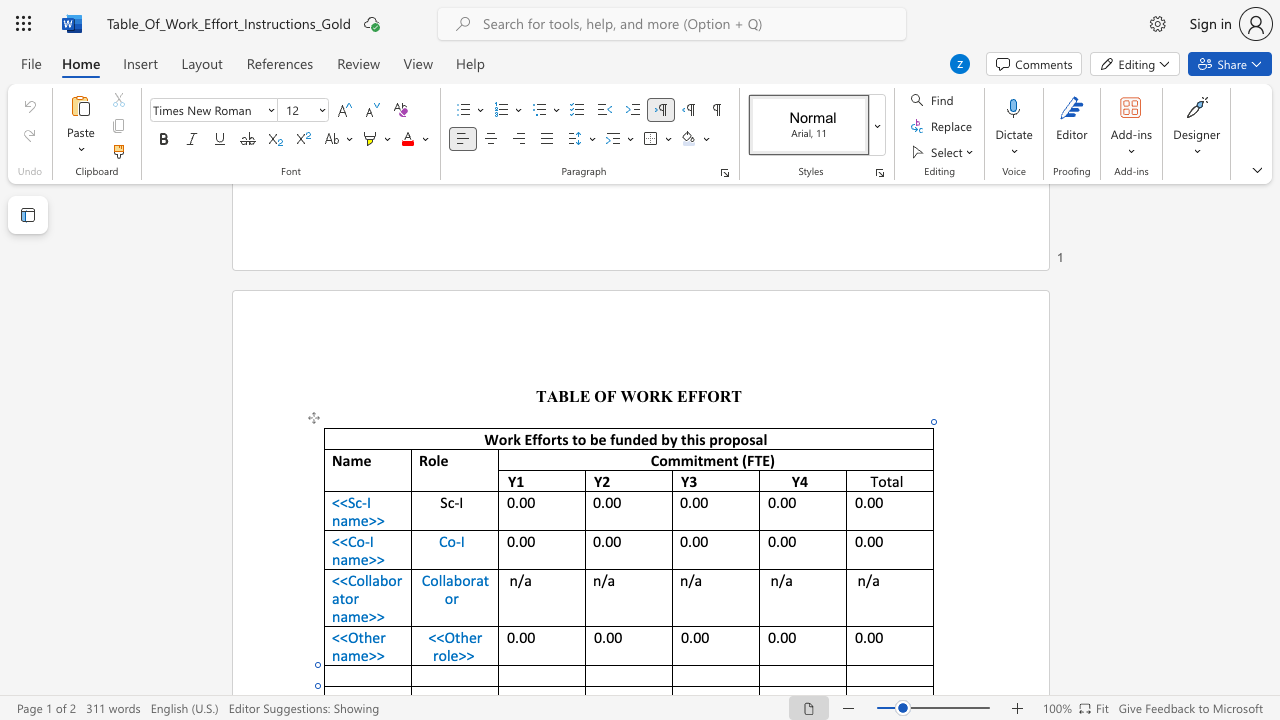 The height and width of the screenshot is (720, 1280). I want to click on the 4th character "o" in the text, so click(726, 438).